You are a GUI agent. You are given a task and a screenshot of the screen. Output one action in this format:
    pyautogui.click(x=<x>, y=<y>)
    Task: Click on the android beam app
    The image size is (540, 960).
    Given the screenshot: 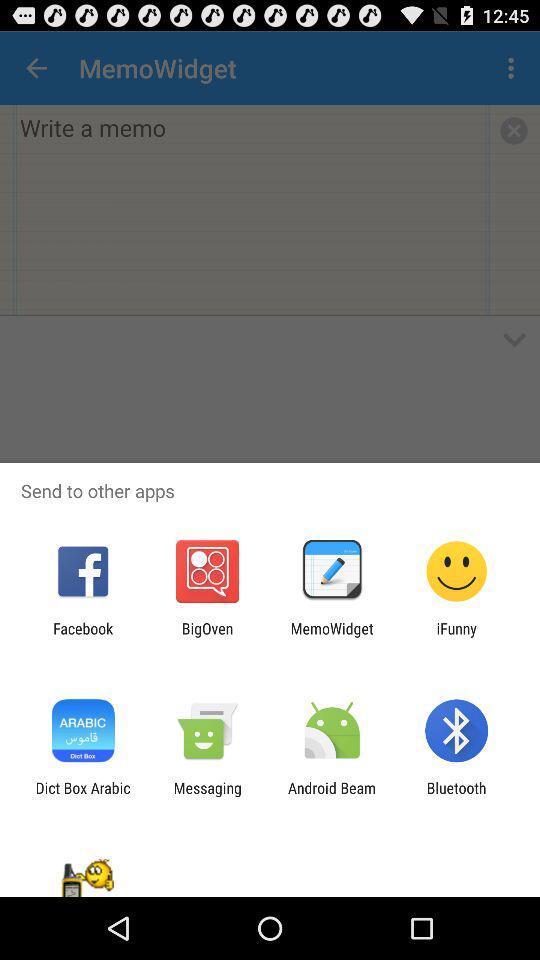 What is the action you would take?
    pyautogui.click(x=332, y=796)
    